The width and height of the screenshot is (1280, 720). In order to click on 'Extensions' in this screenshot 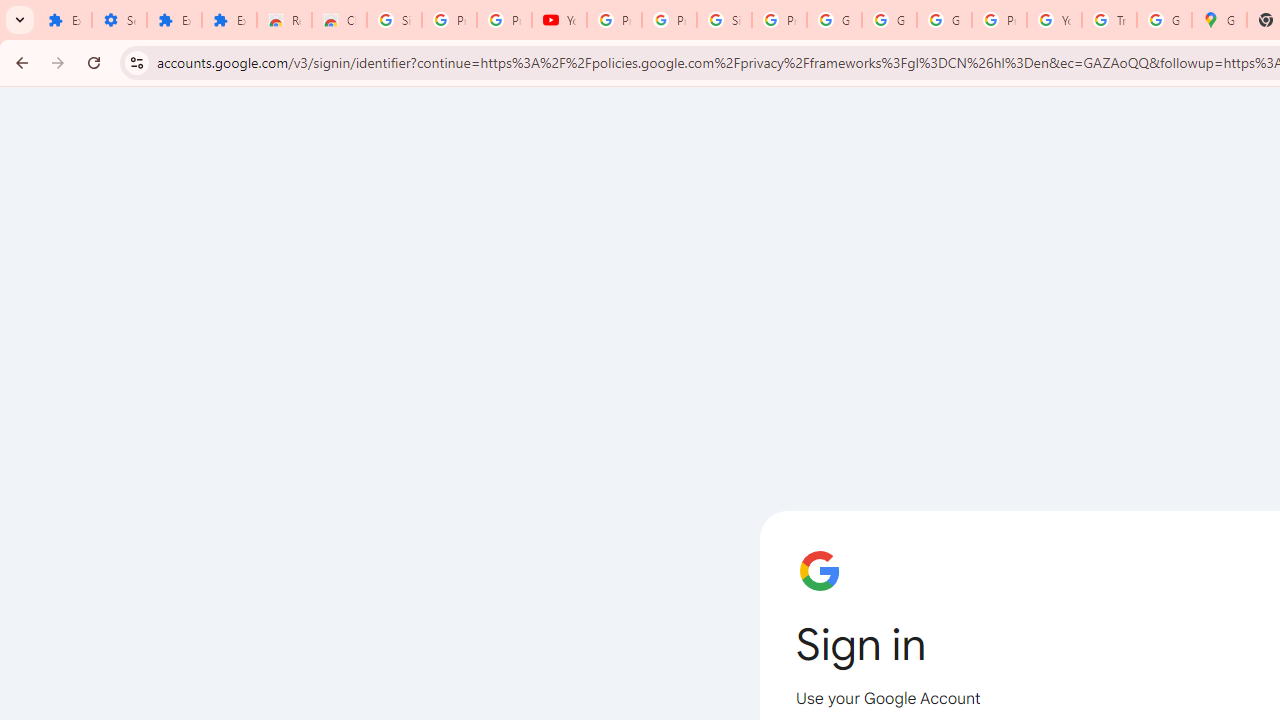, I will do `click(174, 20)`.